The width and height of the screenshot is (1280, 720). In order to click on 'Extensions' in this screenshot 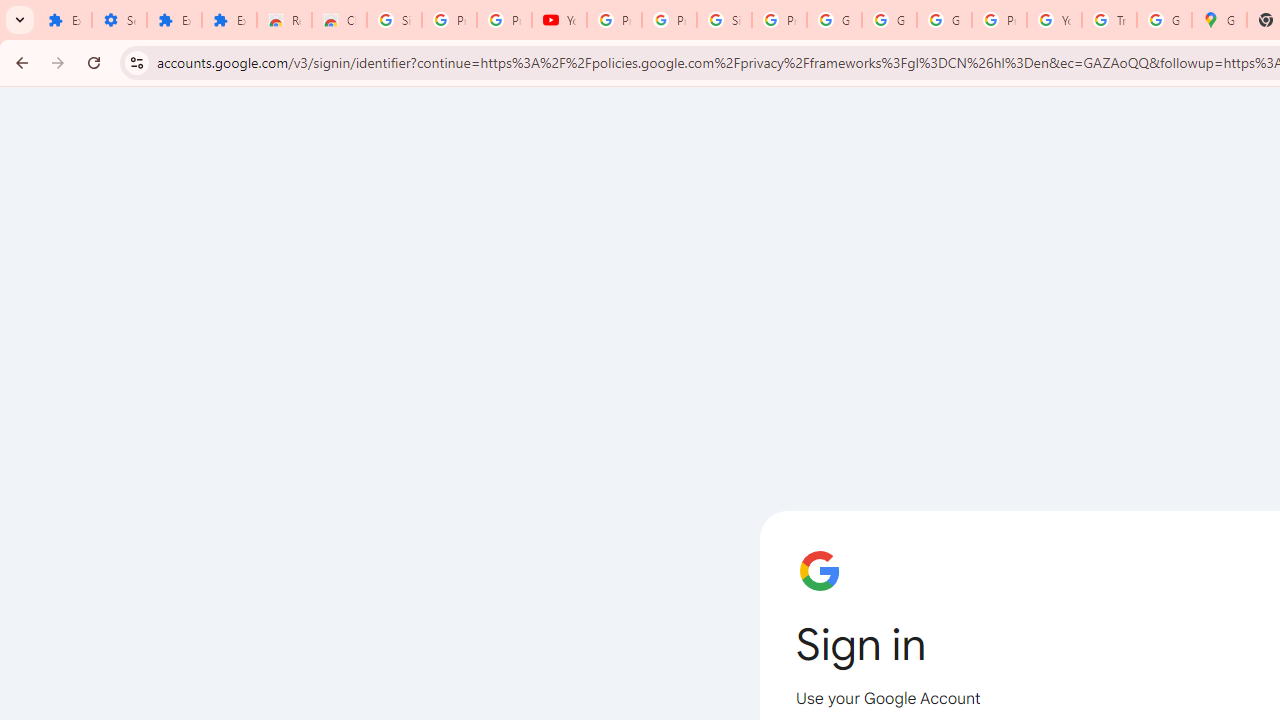, I will do `click(174, 20)`.